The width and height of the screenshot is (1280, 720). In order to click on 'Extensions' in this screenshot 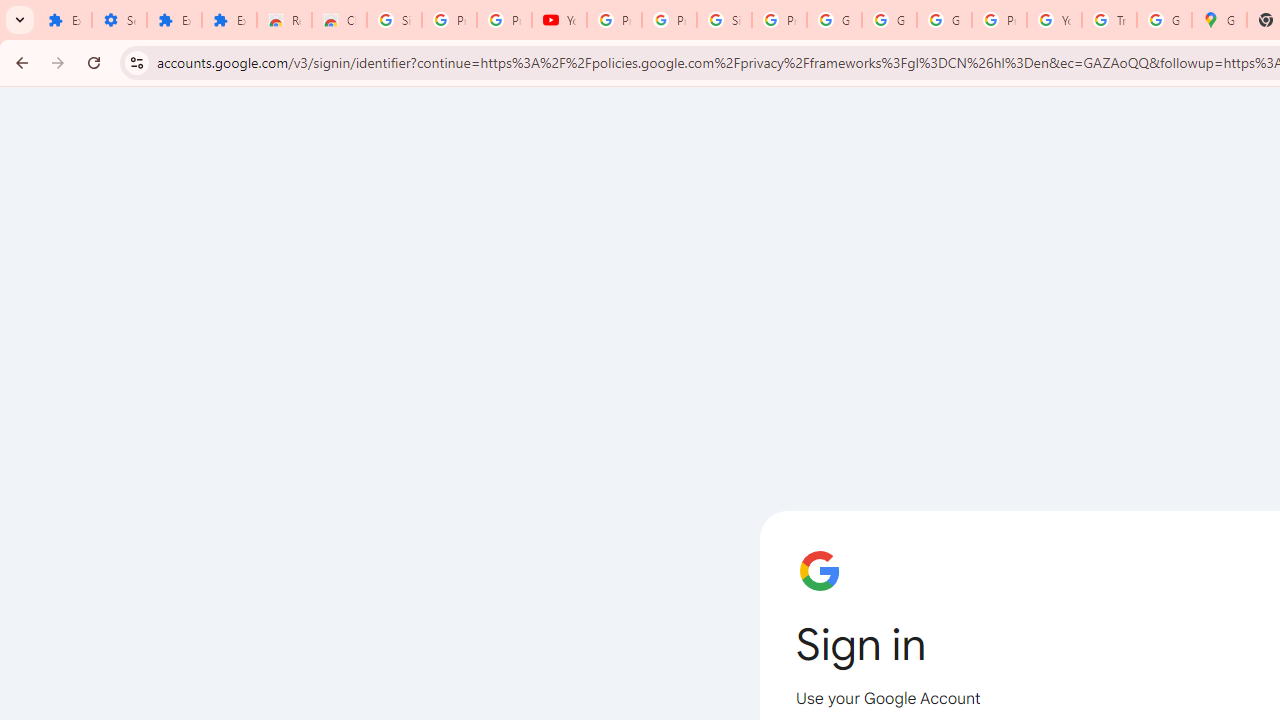, I will do `click(174, 20)`.